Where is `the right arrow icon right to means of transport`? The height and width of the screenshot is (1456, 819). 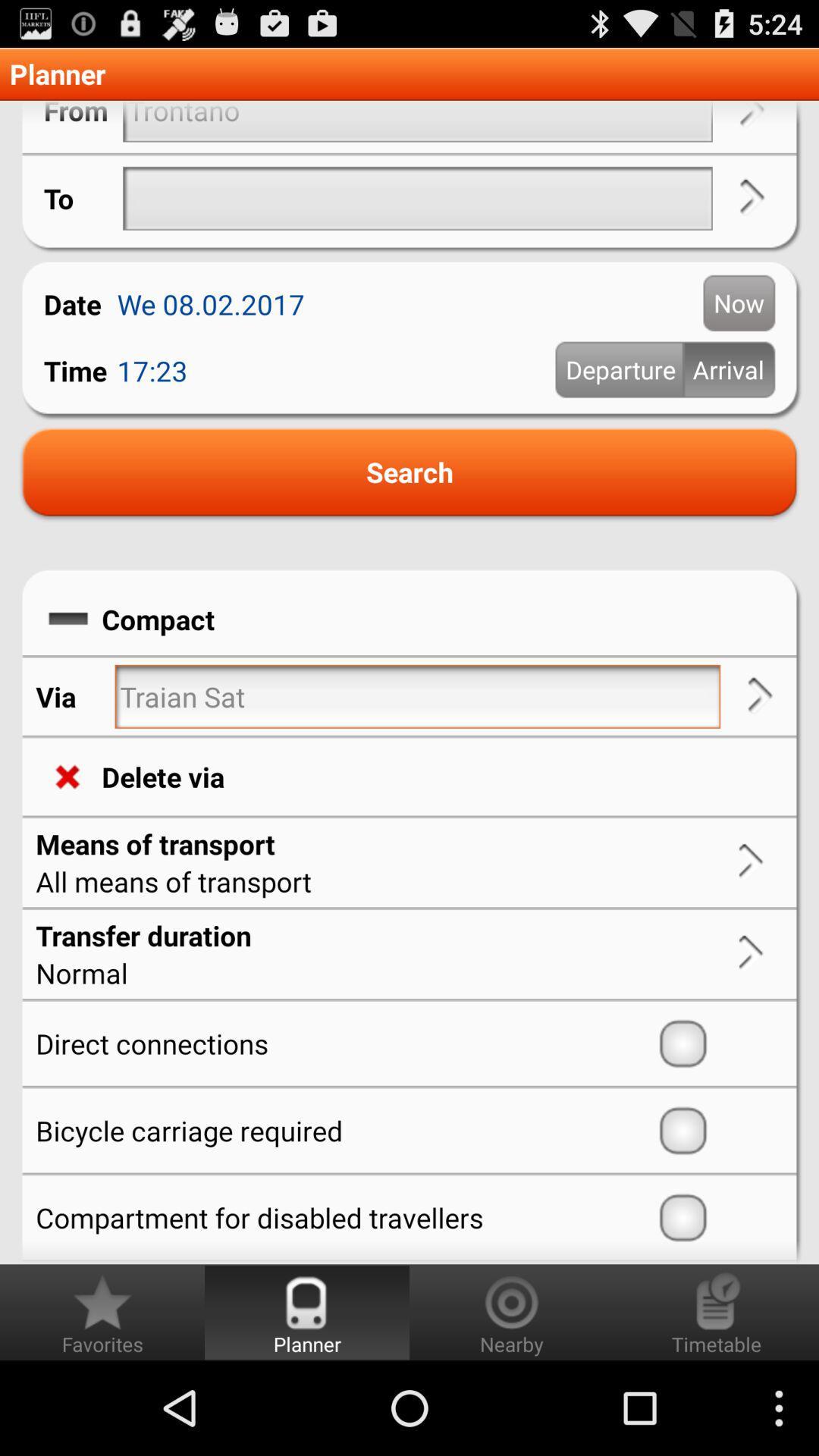 the right arrow icon right to means of transport is located at coordinates (751, 862).